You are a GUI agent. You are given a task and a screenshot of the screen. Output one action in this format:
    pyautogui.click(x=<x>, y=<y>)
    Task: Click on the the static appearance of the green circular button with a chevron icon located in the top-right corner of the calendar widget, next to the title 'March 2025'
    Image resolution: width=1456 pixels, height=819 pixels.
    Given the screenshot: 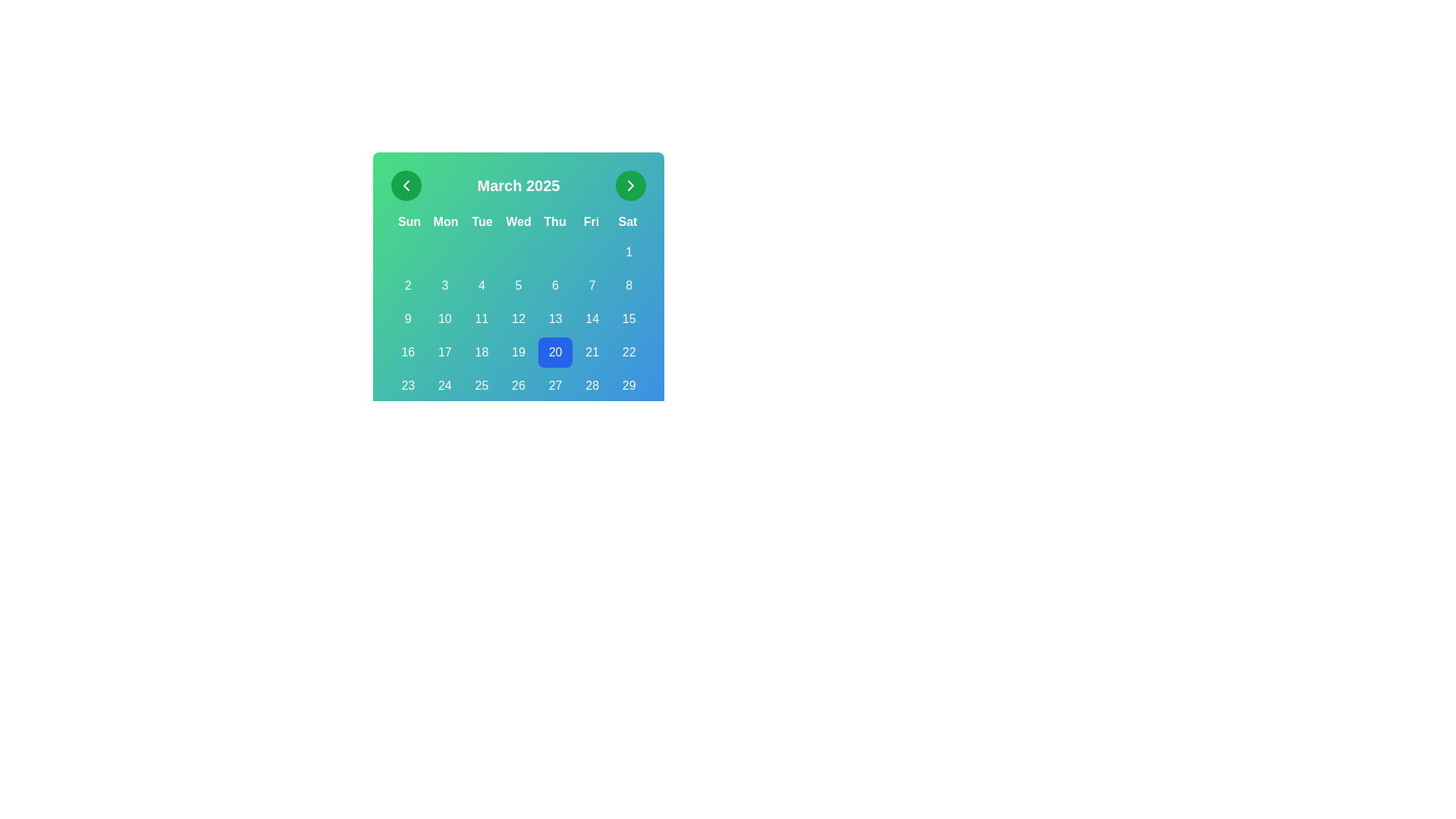 What is the action you would take?
    pyautogui.click(x=630, y=185)
    